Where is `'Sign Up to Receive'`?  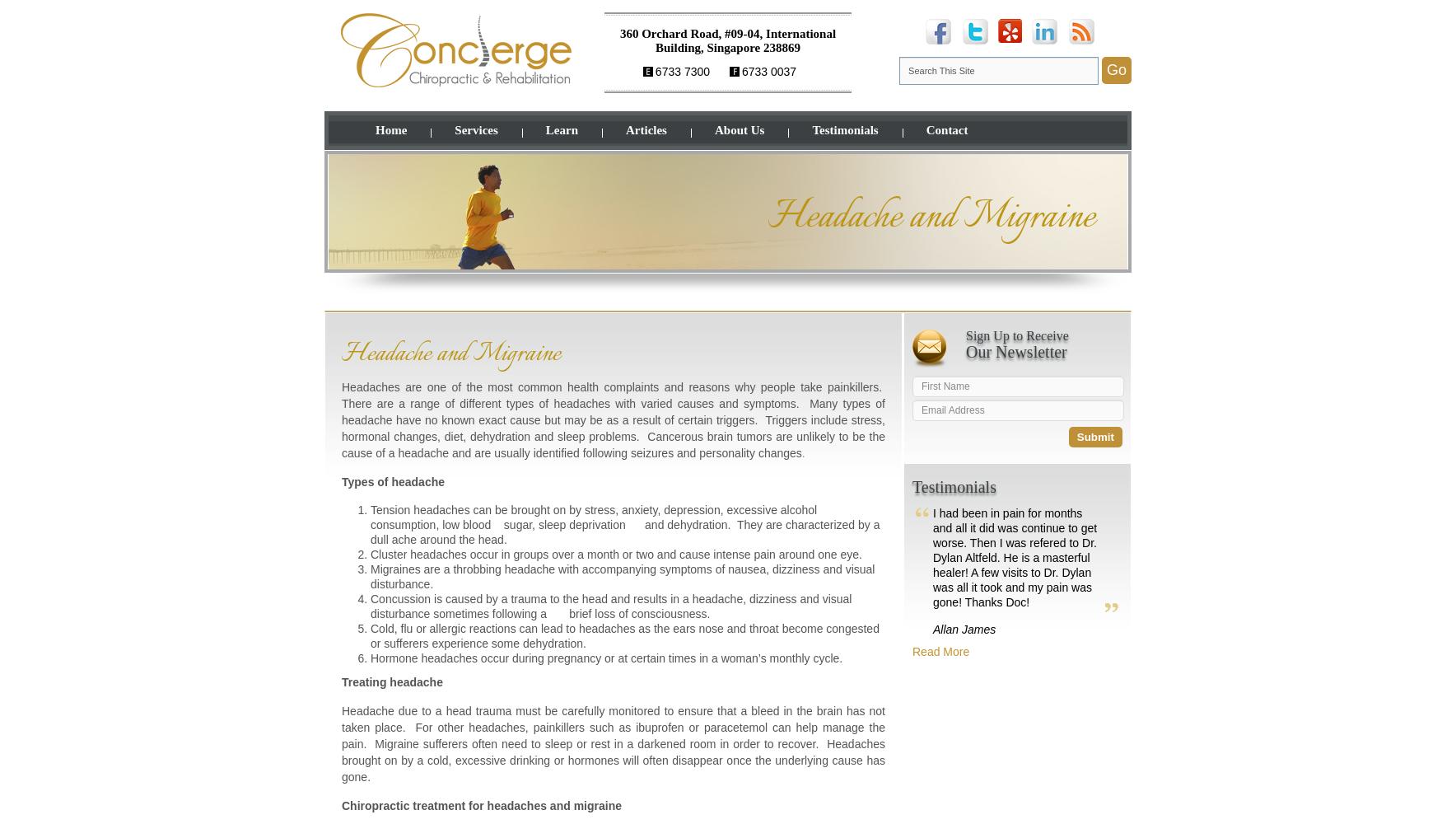 'Sign Up to Receive' is located at coordinates (1016, 335).